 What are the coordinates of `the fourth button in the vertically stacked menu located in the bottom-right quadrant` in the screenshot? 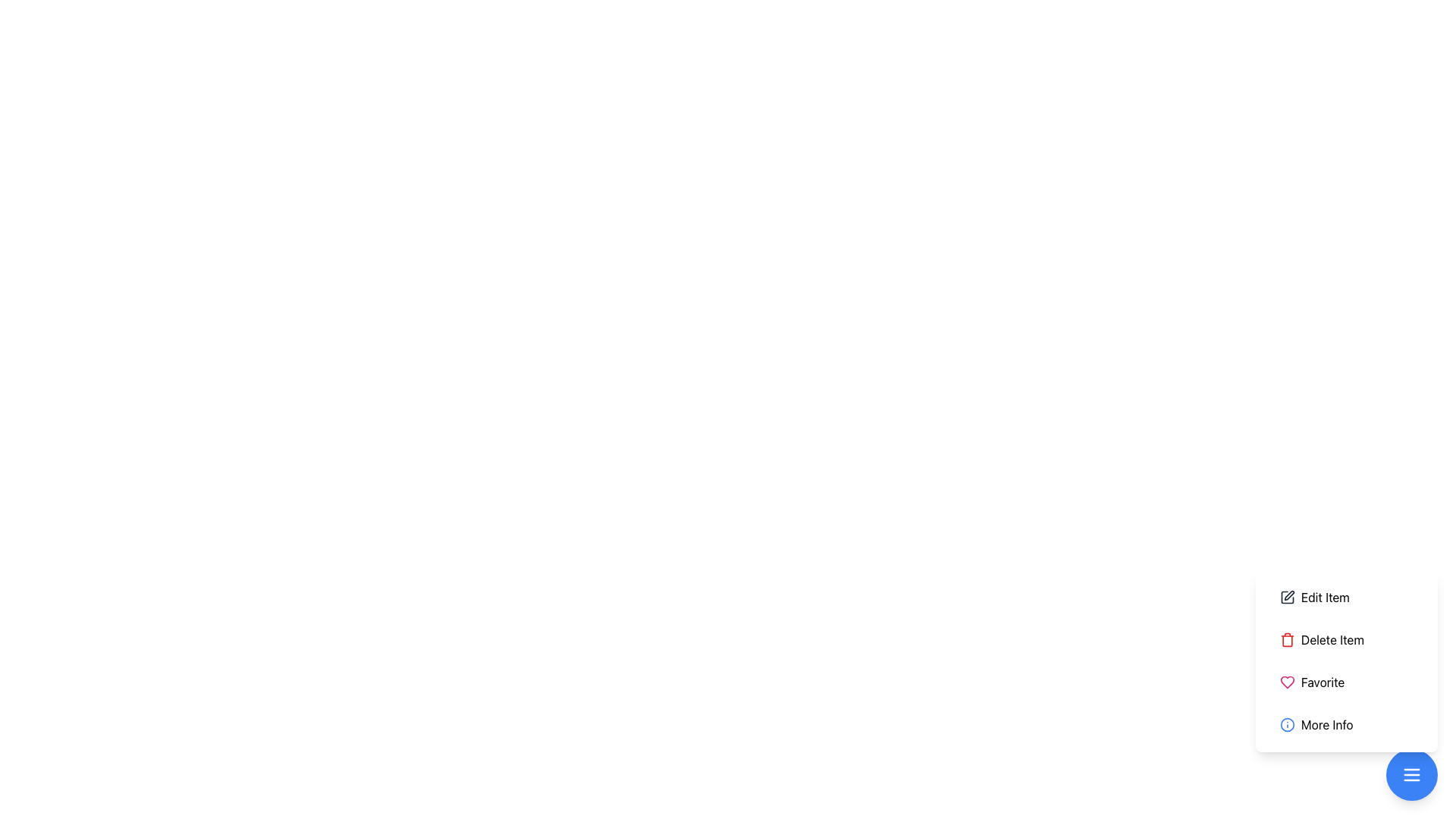 It's located at (1347, 724).